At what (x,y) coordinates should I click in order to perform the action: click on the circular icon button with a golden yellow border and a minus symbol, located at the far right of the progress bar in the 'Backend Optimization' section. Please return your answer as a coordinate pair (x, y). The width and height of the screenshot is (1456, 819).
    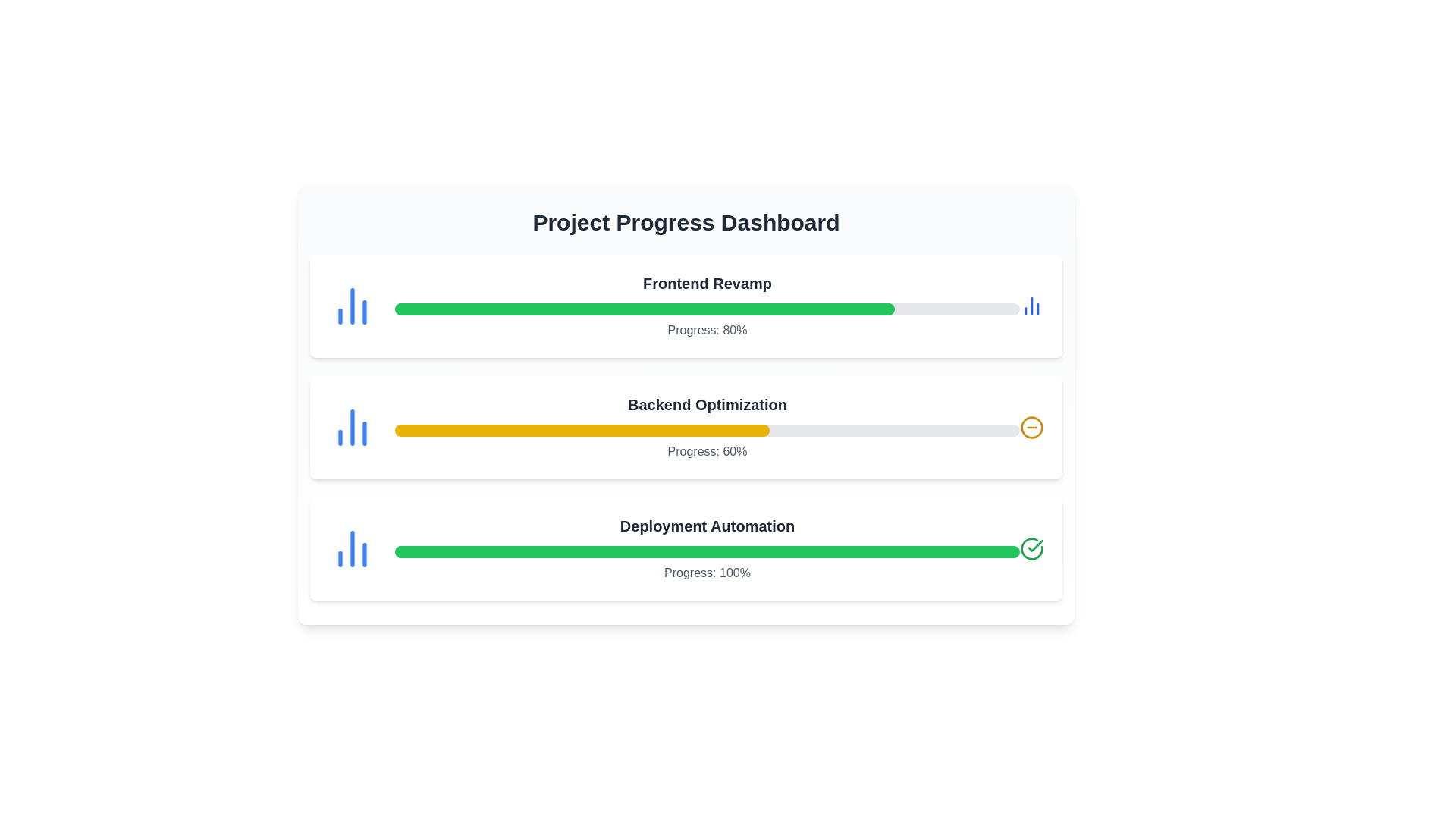
    Looking at the image, I should click on (1031, 427).